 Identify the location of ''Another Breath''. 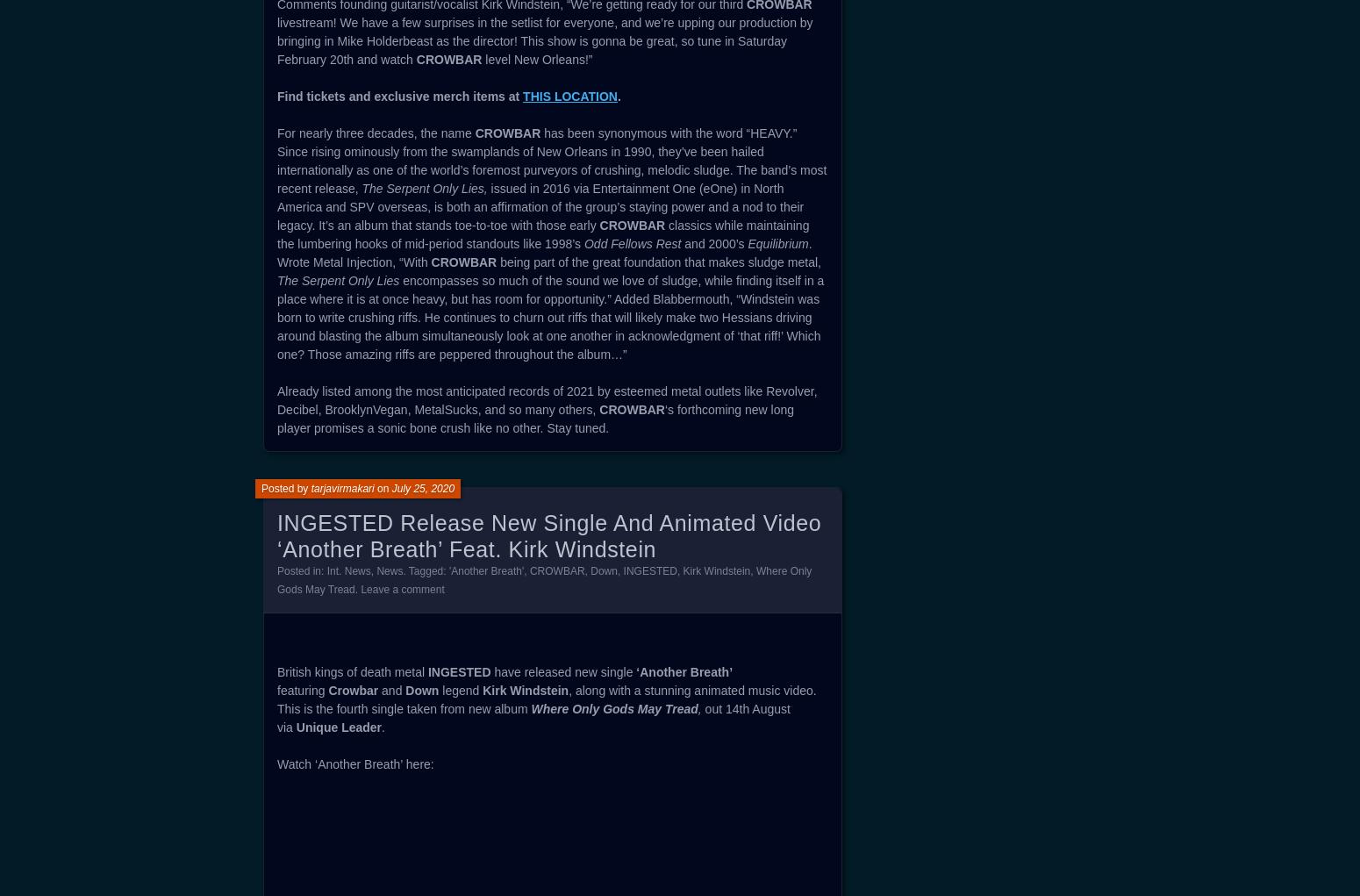
(485, 570).